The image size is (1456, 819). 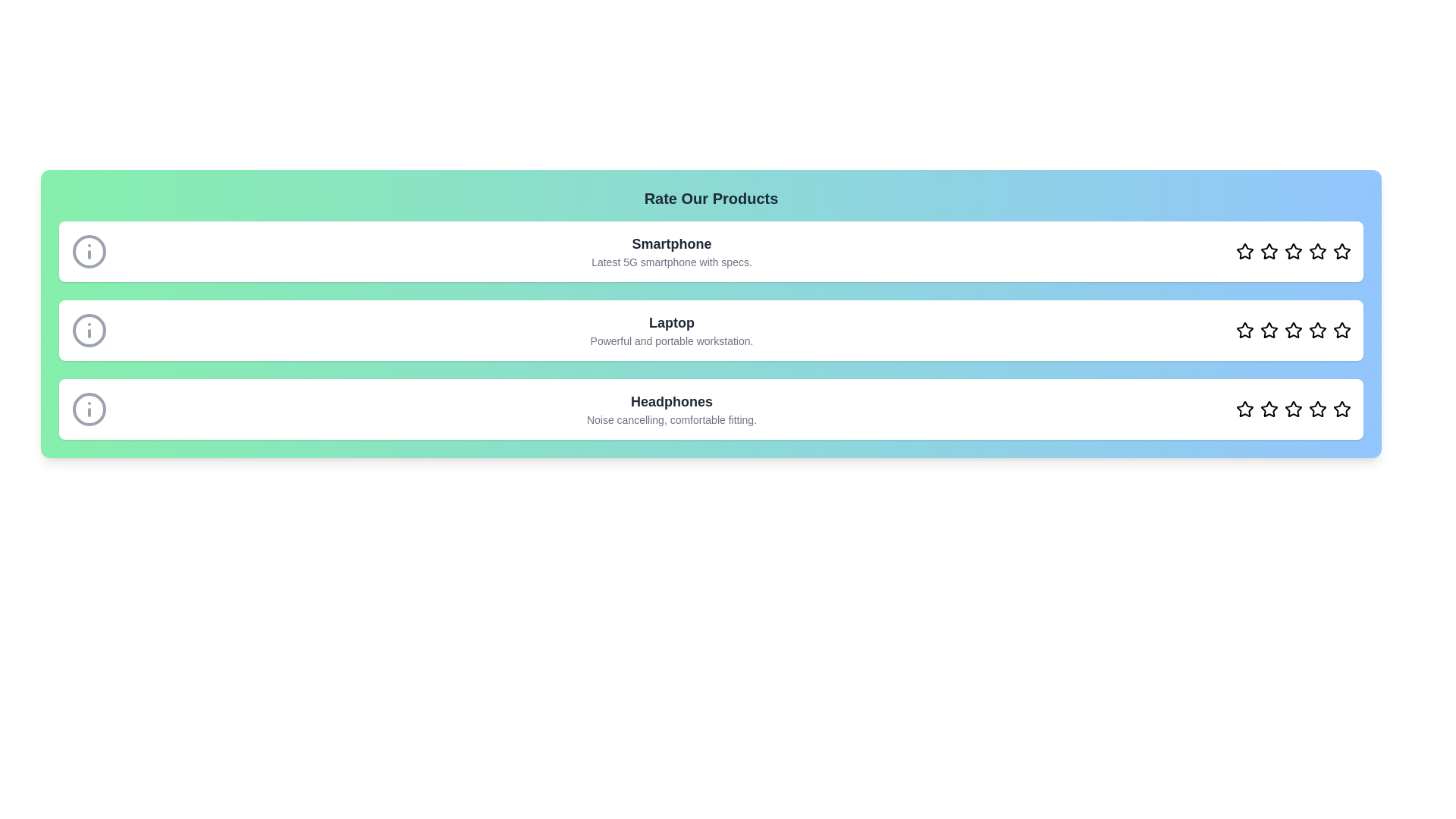 I want to click on the first star rating icon in the rating system for 'Headphones', so click(x=1244, y=408).